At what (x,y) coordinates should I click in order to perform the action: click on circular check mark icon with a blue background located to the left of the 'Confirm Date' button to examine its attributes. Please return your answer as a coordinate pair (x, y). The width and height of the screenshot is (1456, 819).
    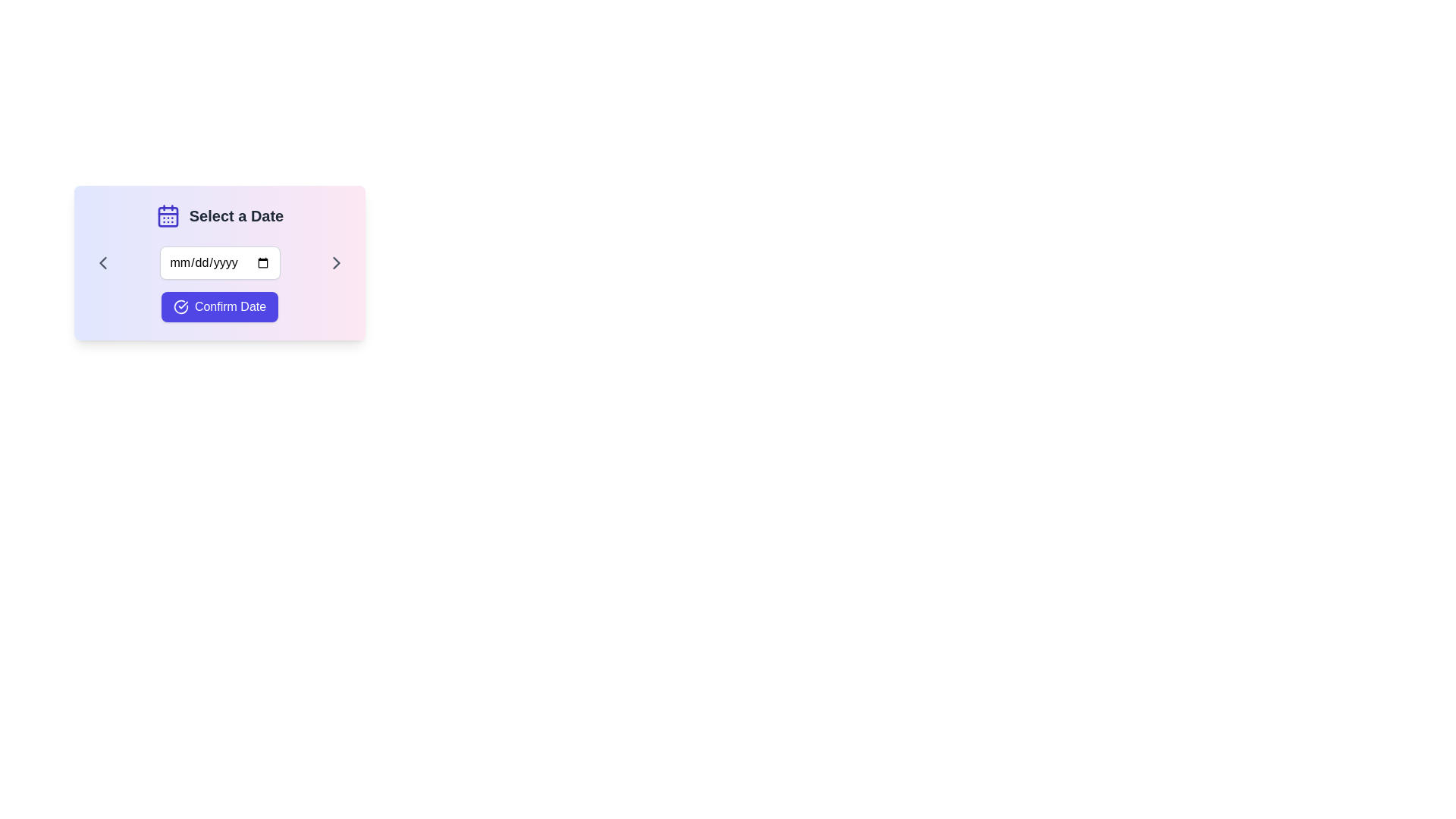
    Looking at the image, I should click on (180, 307).